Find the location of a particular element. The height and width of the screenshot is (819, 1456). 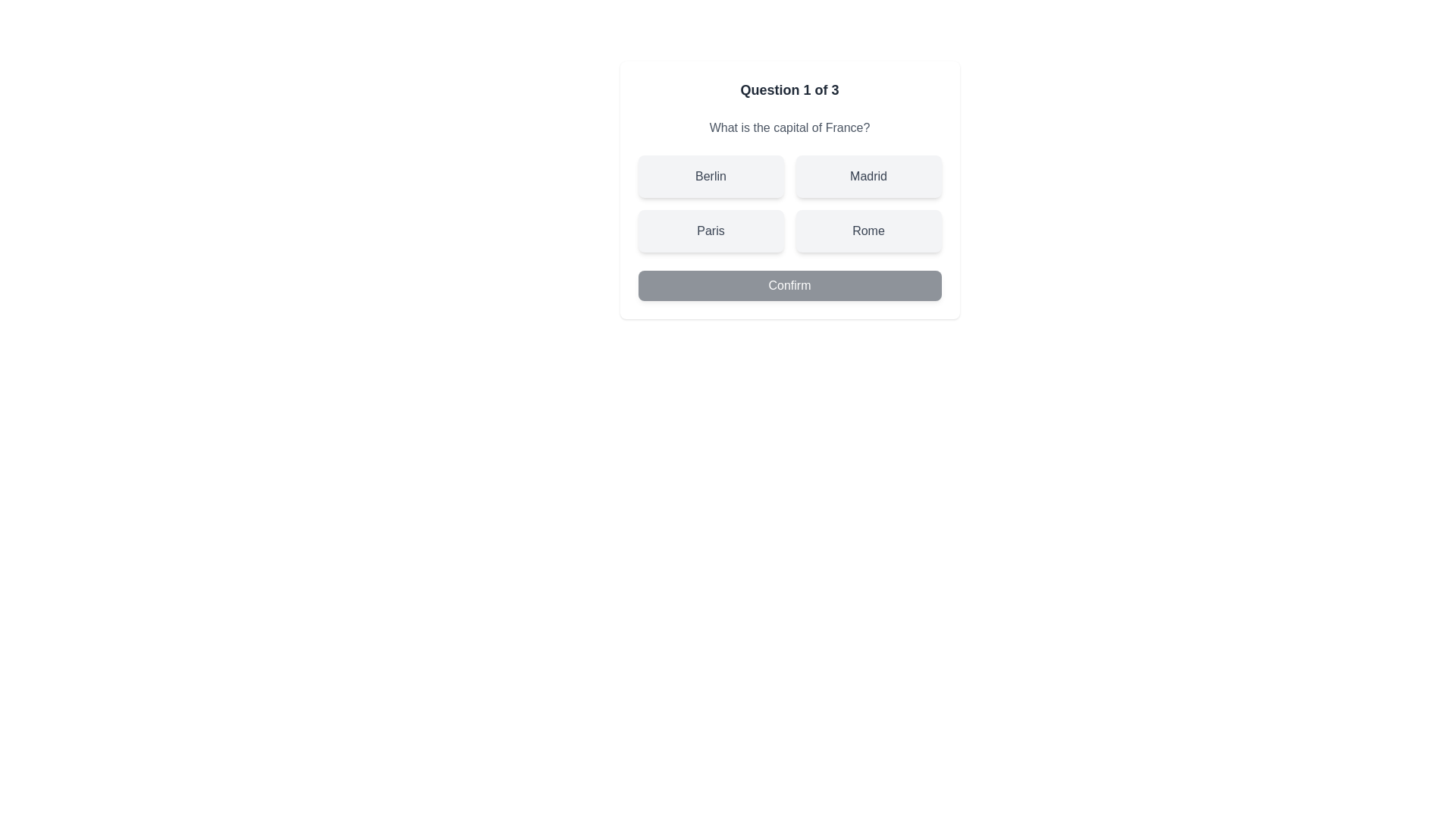

the quiz option Paris by clicking on it is located at coordinates (710, 231).